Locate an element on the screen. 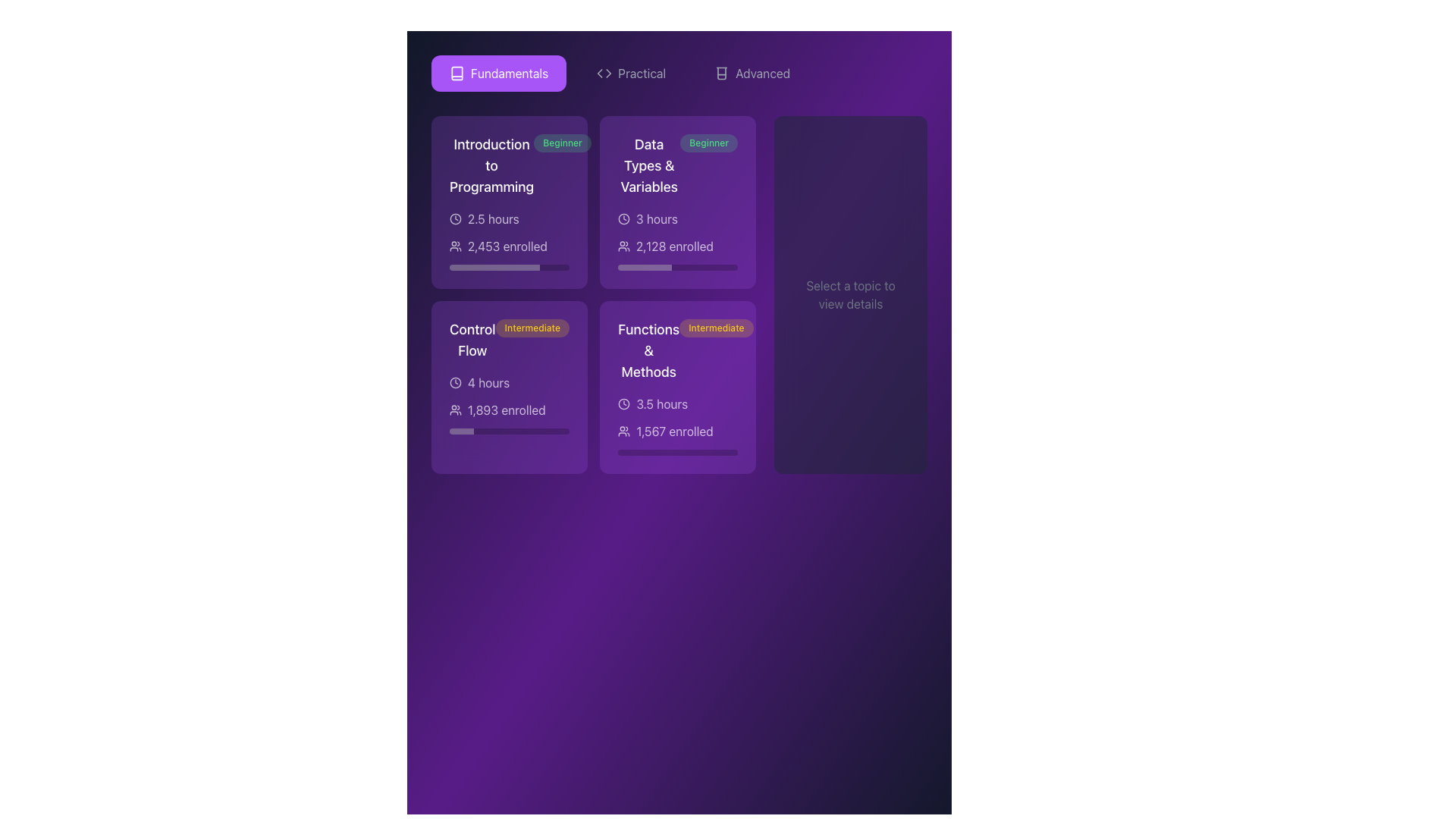 This screenshot has height=819, width=1456. the text label displaying '3 hours', which is styled with a white font on a purple background and is located in the 'Data Types & Variables' card, near a clock icon is located at coordinates (656, 219).